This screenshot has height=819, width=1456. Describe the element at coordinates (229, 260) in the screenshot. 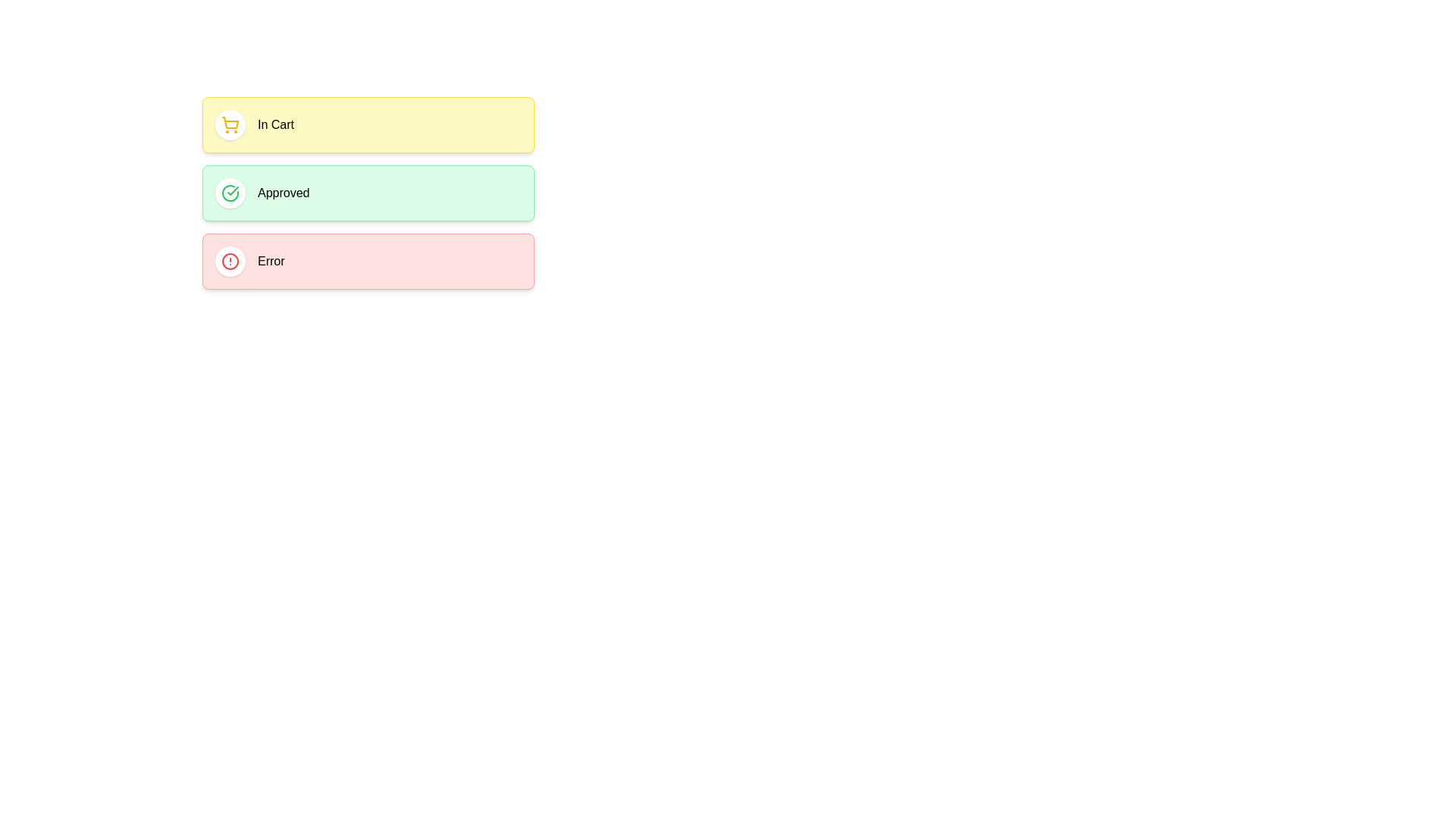

I see `the red error icon located on the left side of the 'Error' card, which is the third card from the top in the vertical list` at that location.